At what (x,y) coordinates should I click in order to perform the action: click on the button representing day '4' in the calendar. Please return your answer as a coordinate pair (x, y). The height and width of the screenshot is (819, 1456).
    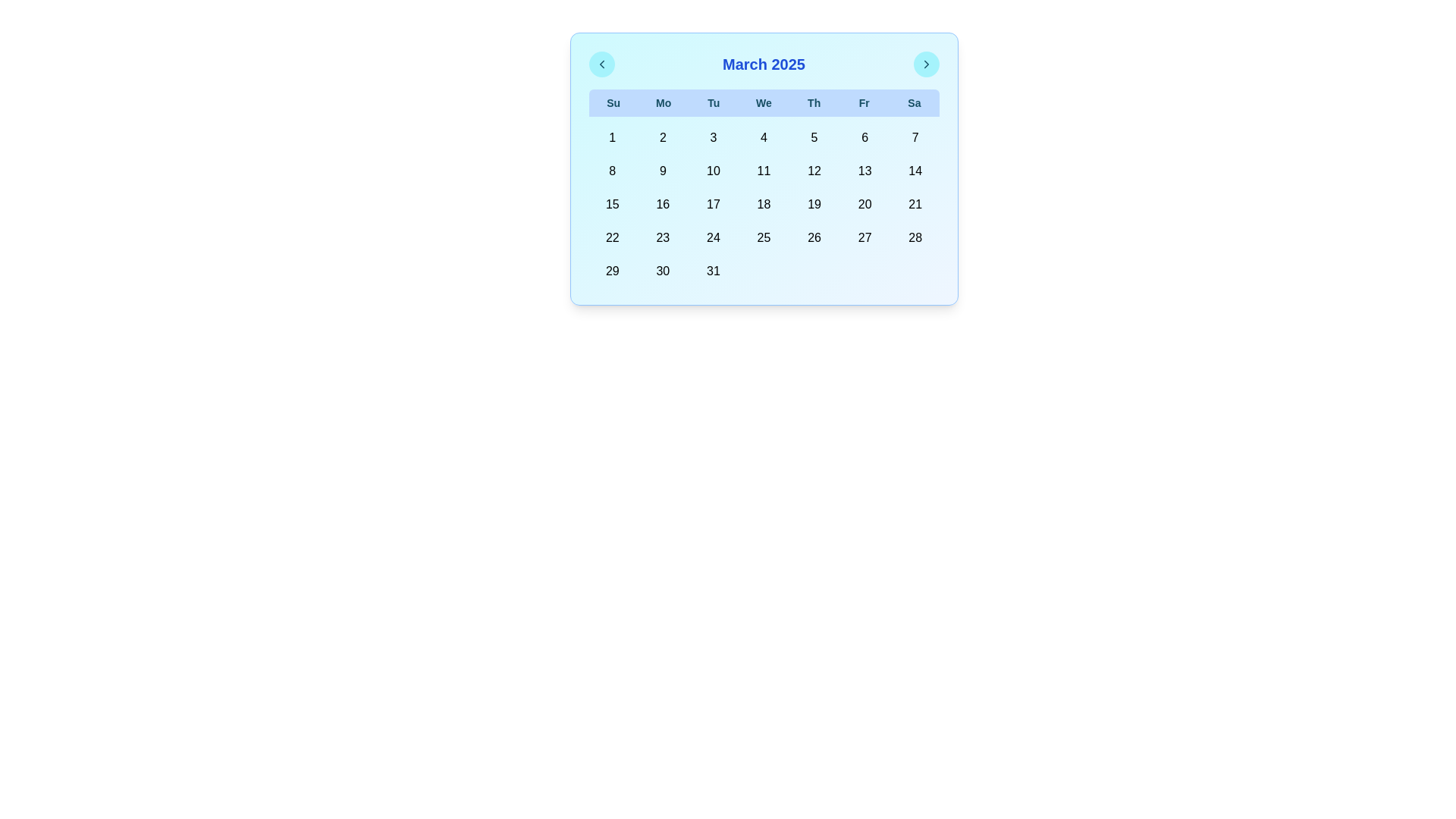
    Looking at the image, I should click on (764, 137).